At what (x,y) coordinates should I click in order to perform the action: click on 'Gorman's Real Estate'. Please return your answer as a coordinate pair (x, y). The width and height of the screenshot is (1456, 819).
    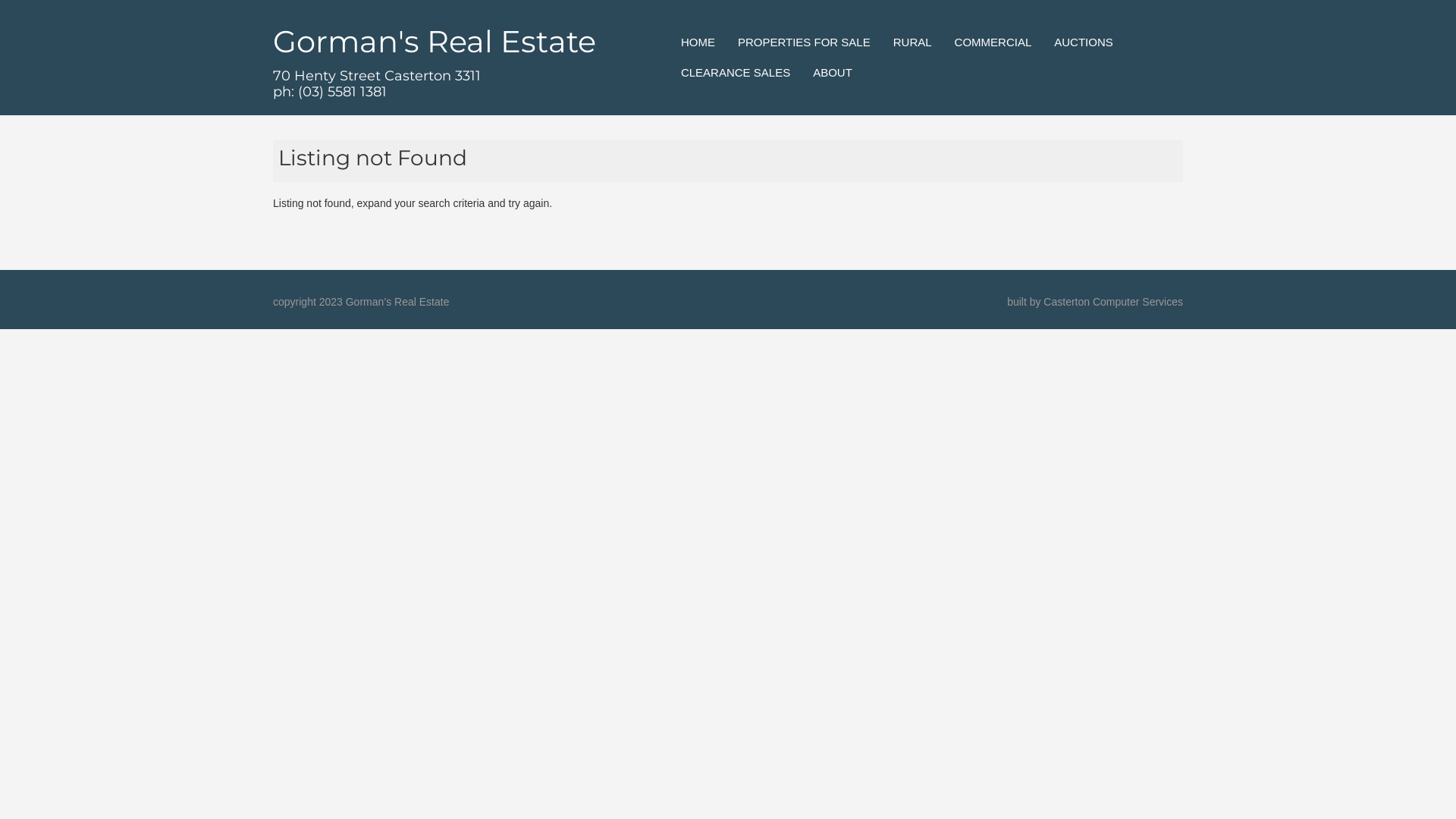
    Looking at the image, I should click on (433, 40).